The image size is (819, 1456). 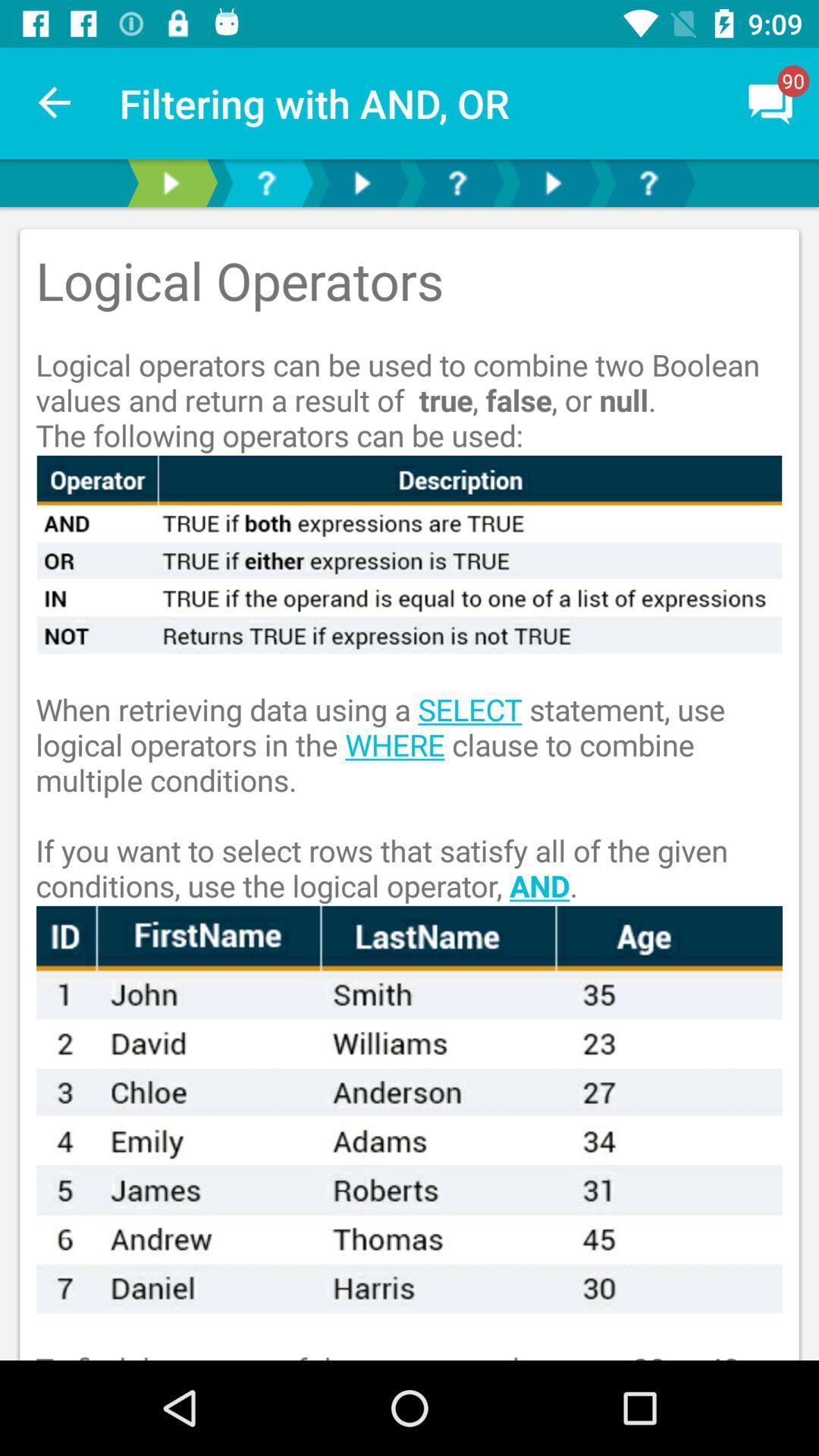 What do you see at coordinates (170, 182) in the screenshot?
I see `go forward` at bounding box center [170, 182].